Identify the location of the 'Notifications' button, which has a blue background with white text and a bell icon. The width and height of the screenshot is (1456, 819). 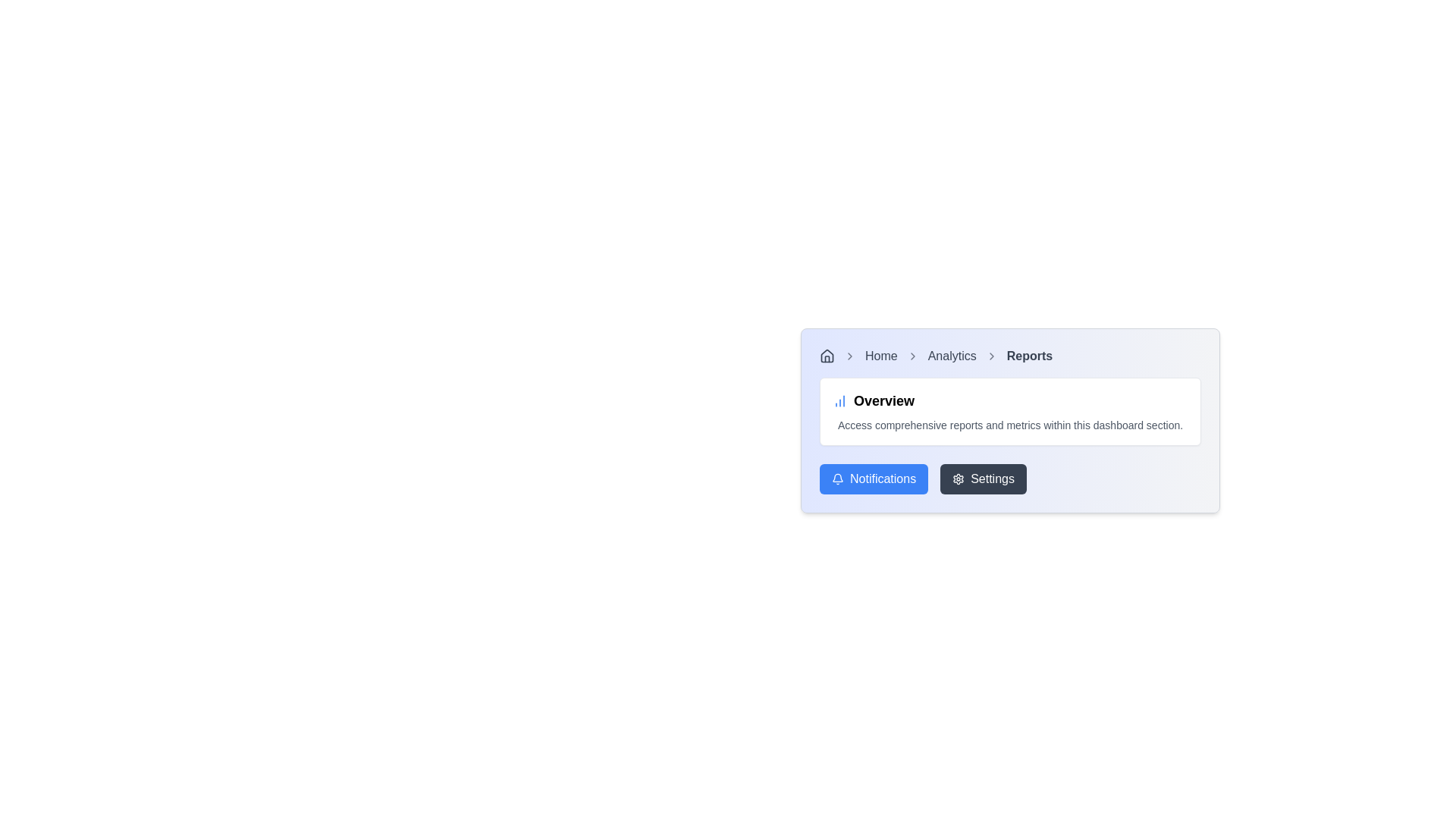
(874, 479).